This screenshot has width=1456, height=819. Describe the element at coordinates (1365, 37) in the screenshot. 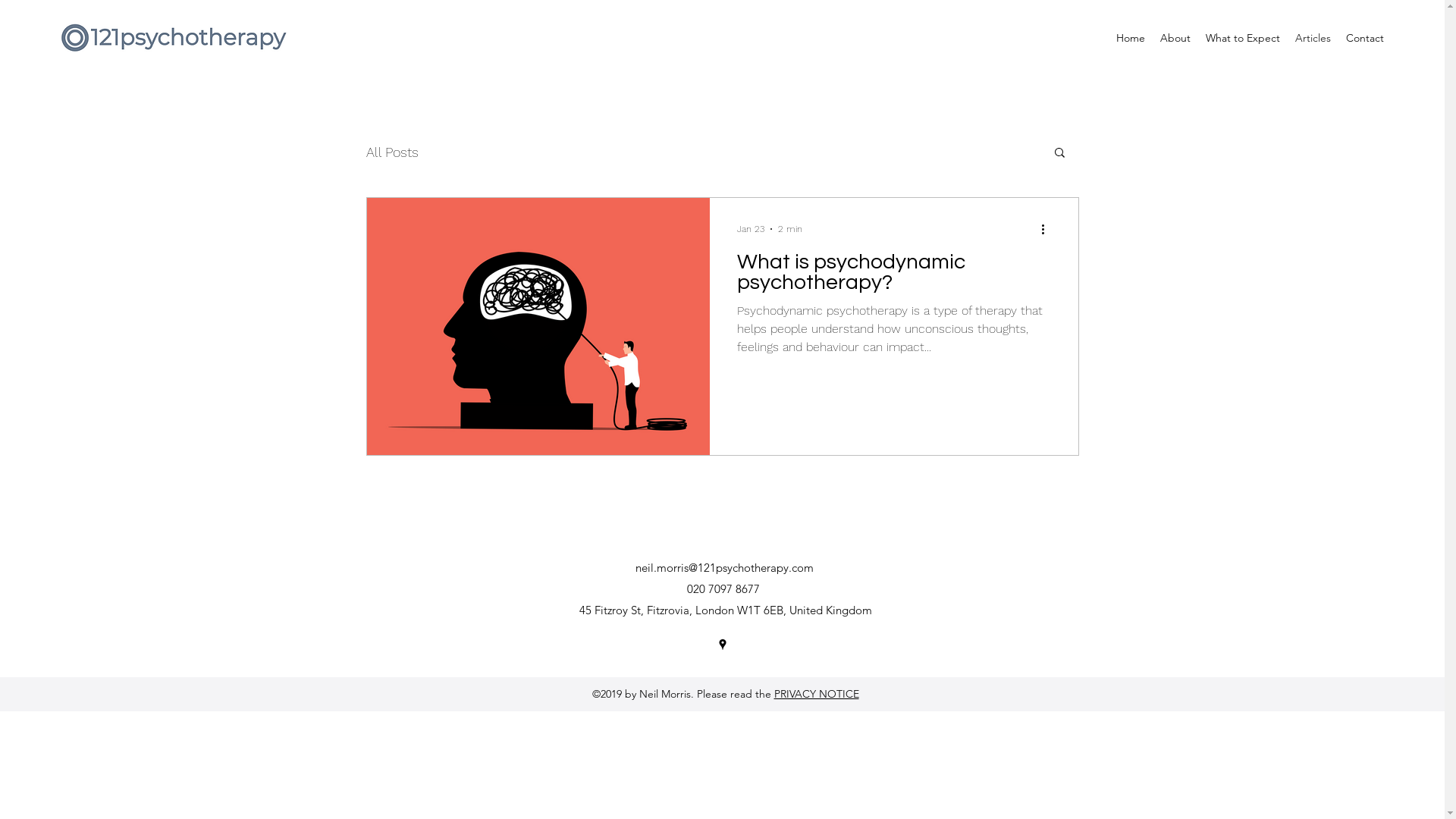

I see `'Contact'` at that location.